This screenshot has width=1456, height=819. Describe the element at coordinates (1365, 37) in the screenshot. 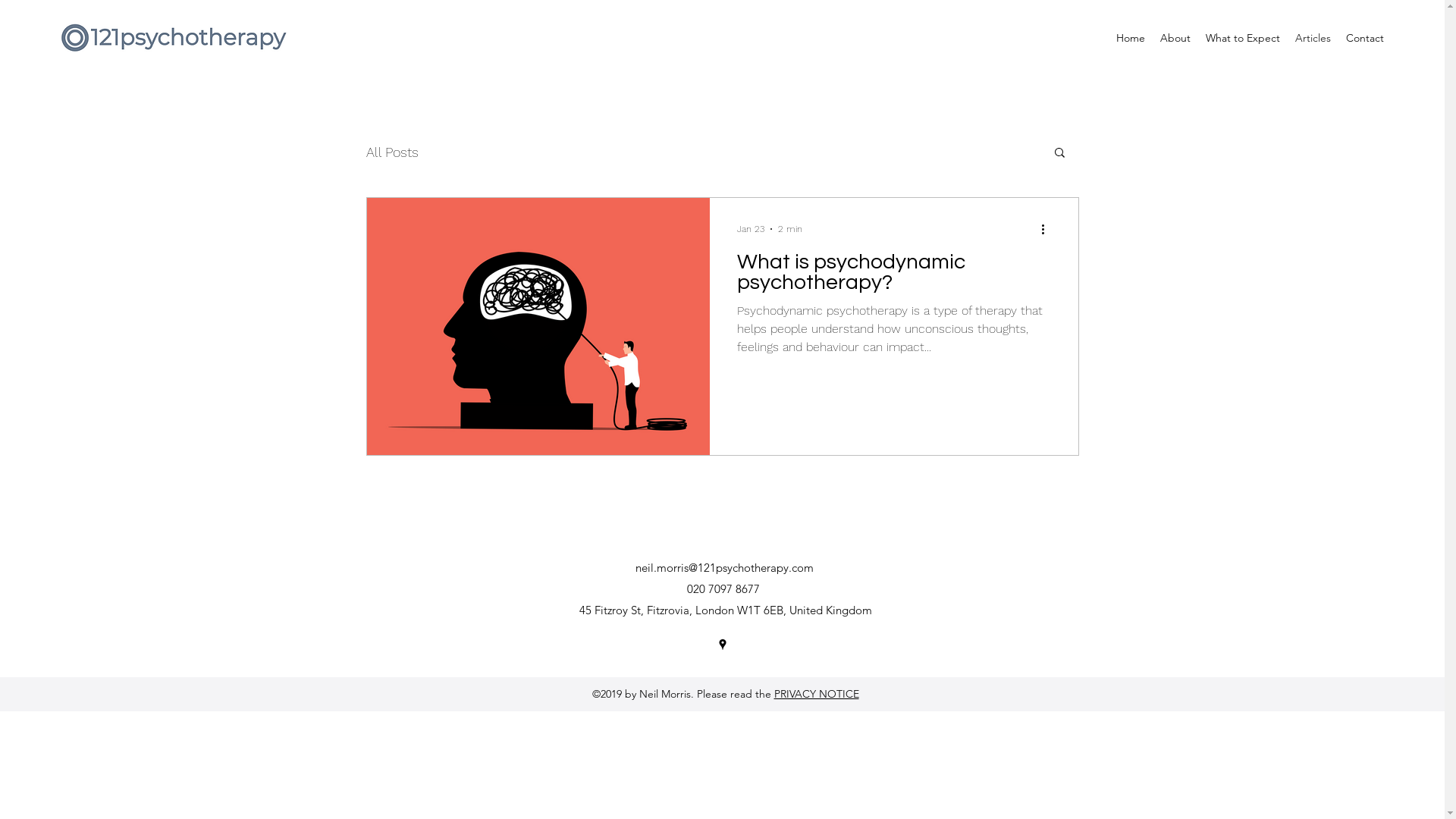

I see `'Contact'` at that location.